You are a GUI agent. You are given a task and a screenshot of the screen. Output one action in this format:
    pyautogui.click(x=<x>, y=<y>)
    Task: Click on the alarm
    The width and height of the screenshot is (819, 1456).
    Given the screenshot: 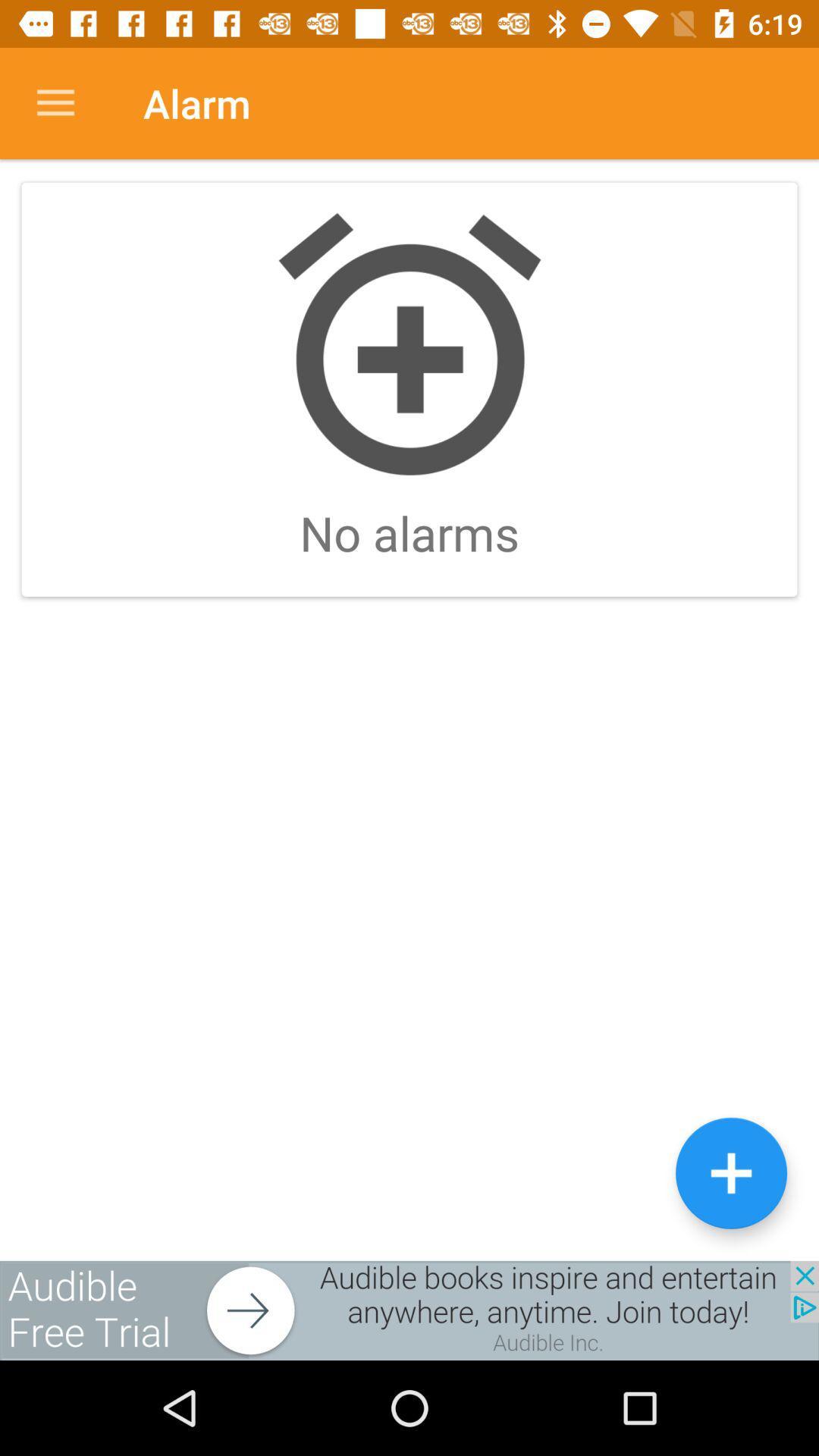 What is the action you would take?
    pyautogui.click(x=730, y=1172)
    